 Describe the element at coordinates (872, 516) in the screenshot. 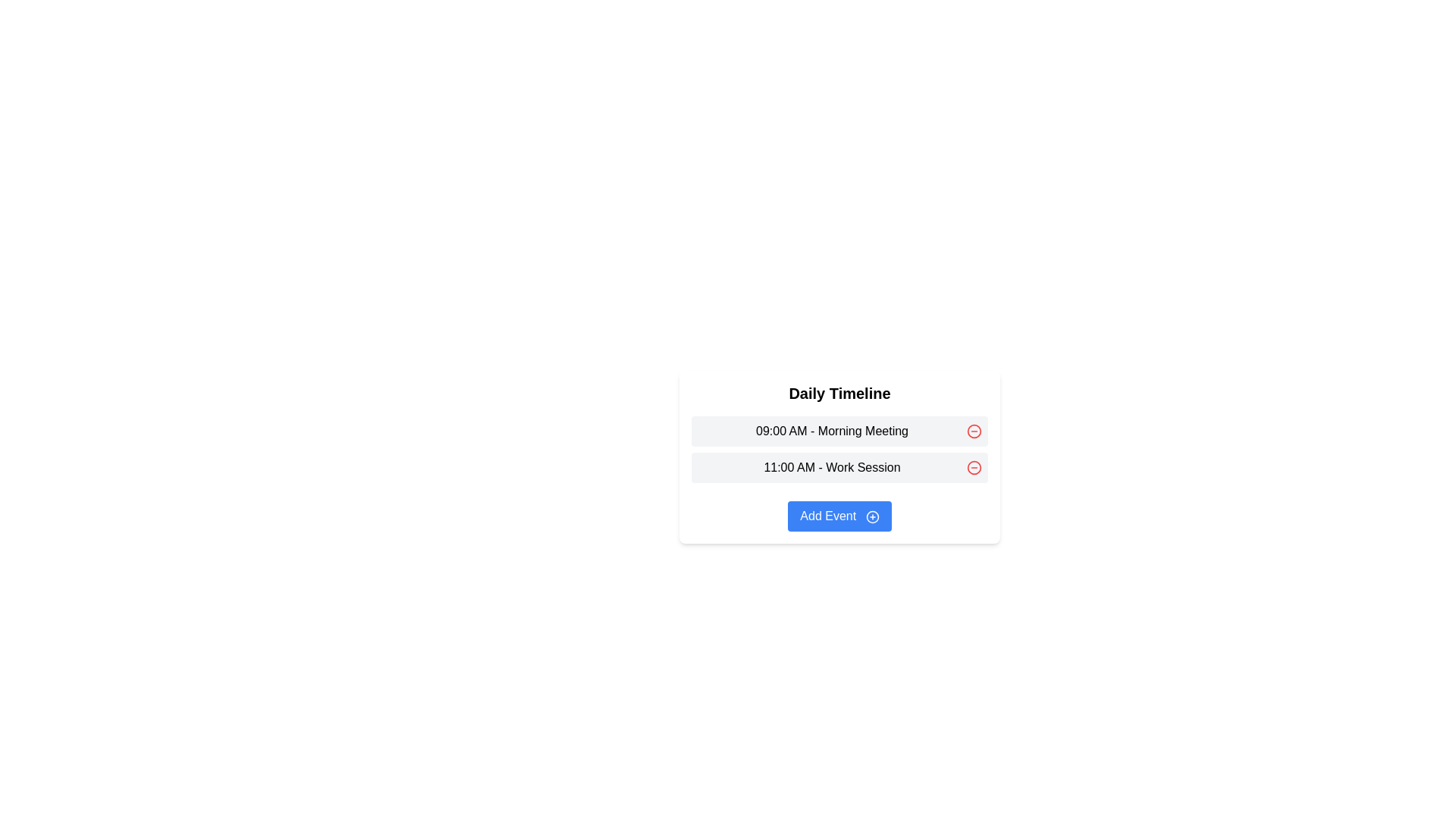

I see `the visual meaning of the icon located to the right of the 'Add Event' button, which indicates the action of adding an event` at that location.